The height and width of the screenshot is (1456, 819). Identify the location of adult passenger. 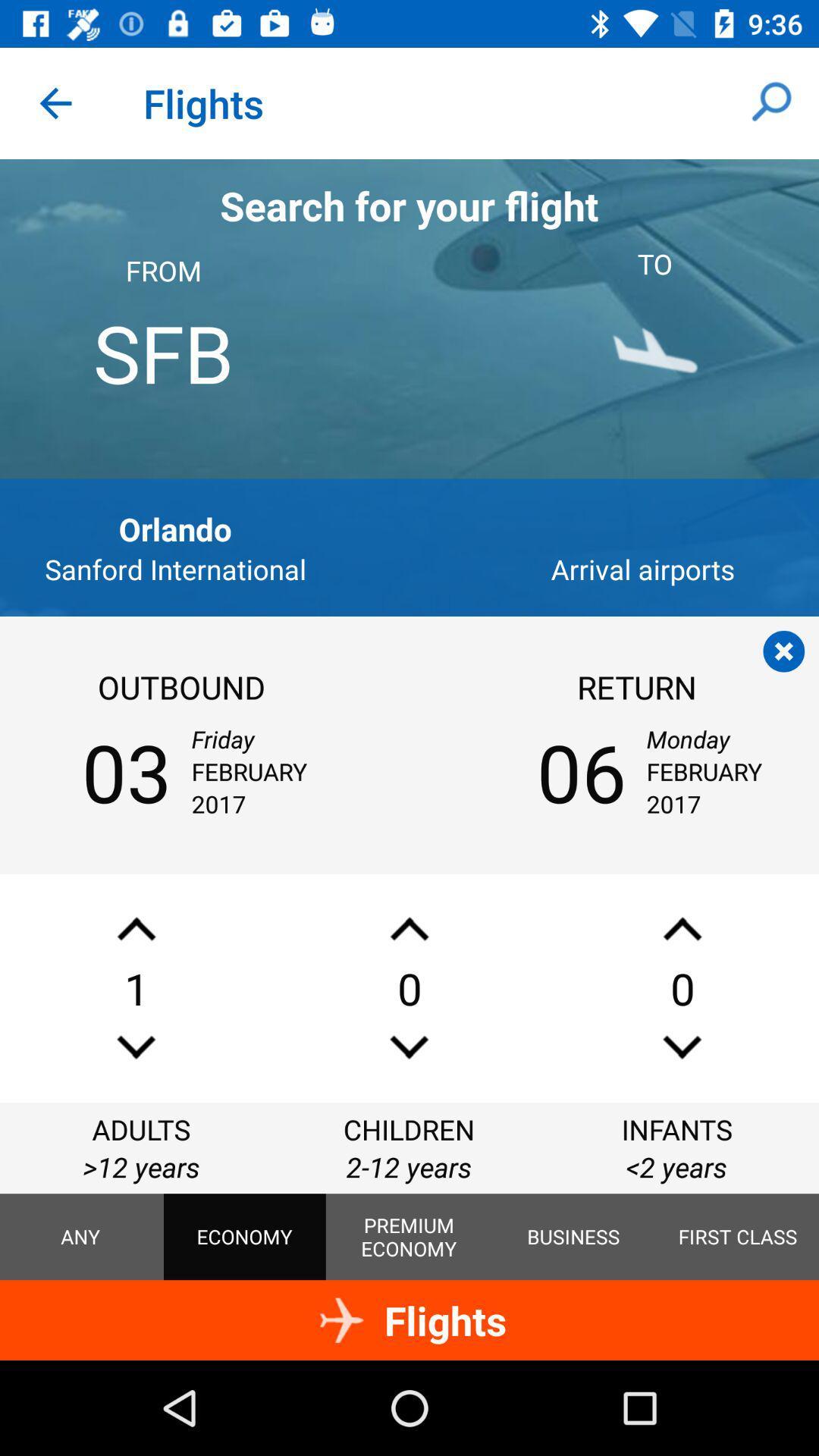
(136, 928).